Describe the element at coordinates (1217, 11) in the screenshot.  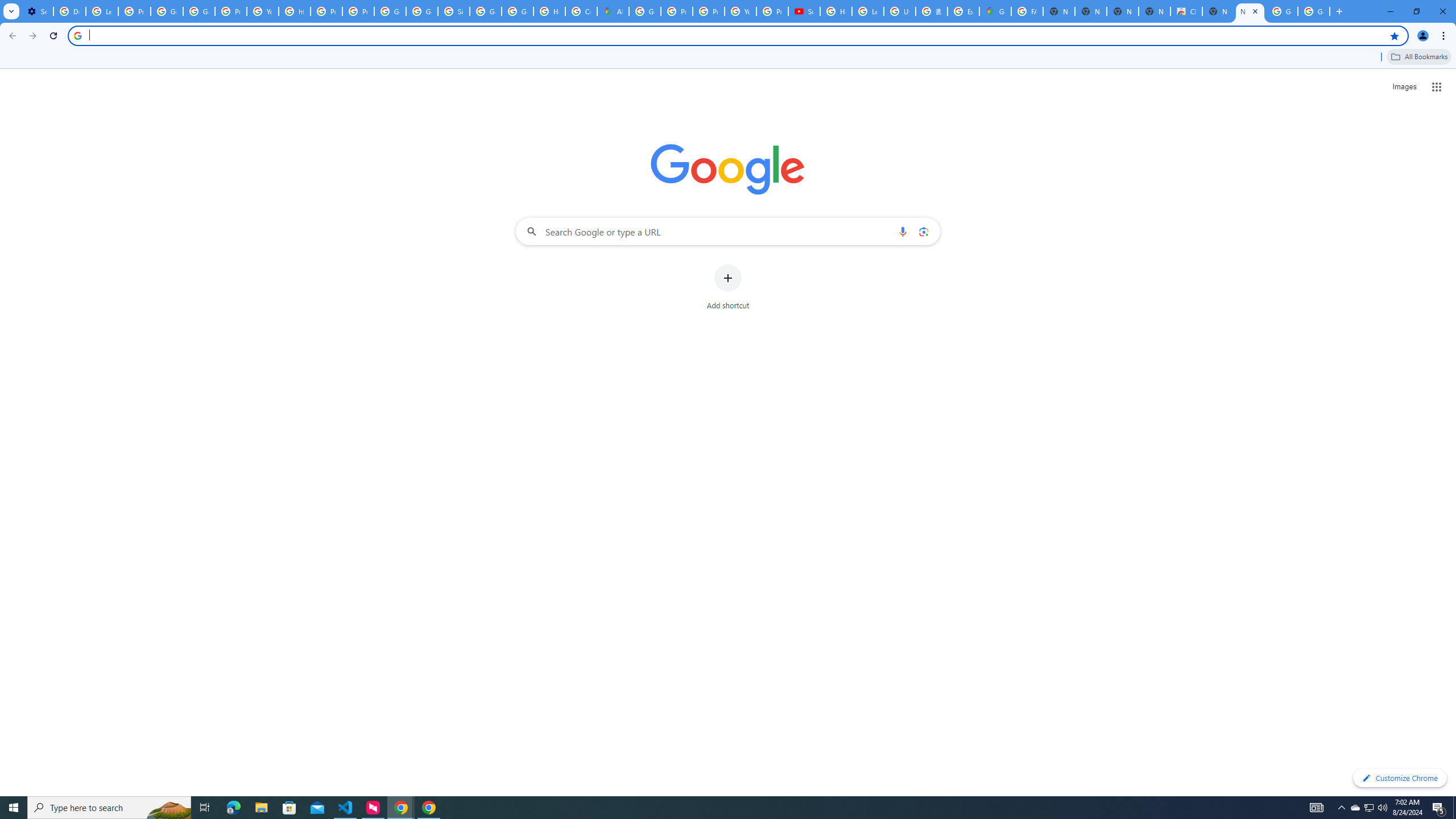
I see `'New Tab'` at that location.